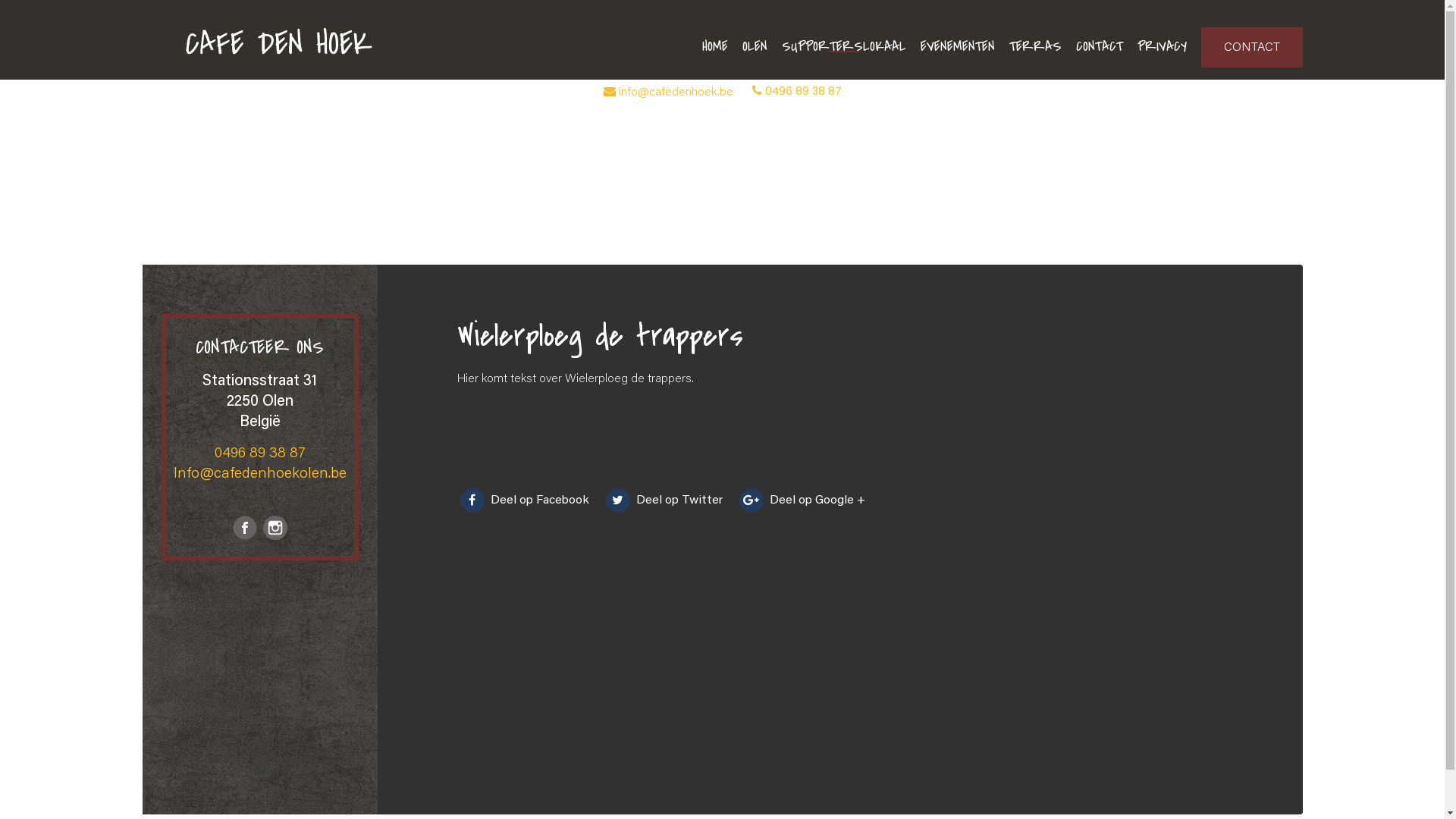 This screenshot has width=1456, height=819. Describe the element at coordinates (956, 45) in the screenshot. I see `'EVENEMENTEN'` at that location.